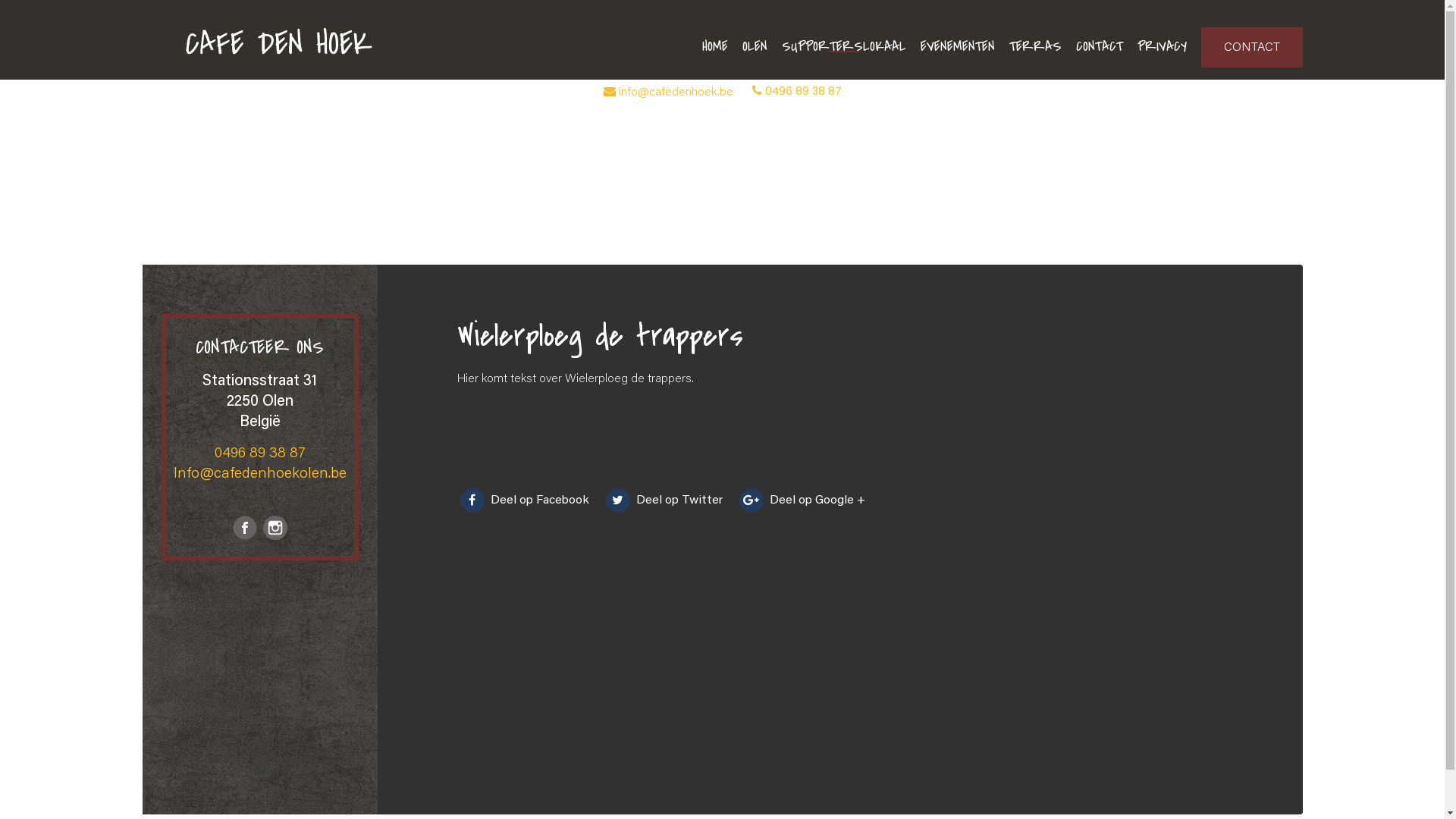 This screenshot has width=1456, height=819. Describe the element at coordinates (956, 45) in the screenshot. I see `'EVENEMENTEN'` at that location.